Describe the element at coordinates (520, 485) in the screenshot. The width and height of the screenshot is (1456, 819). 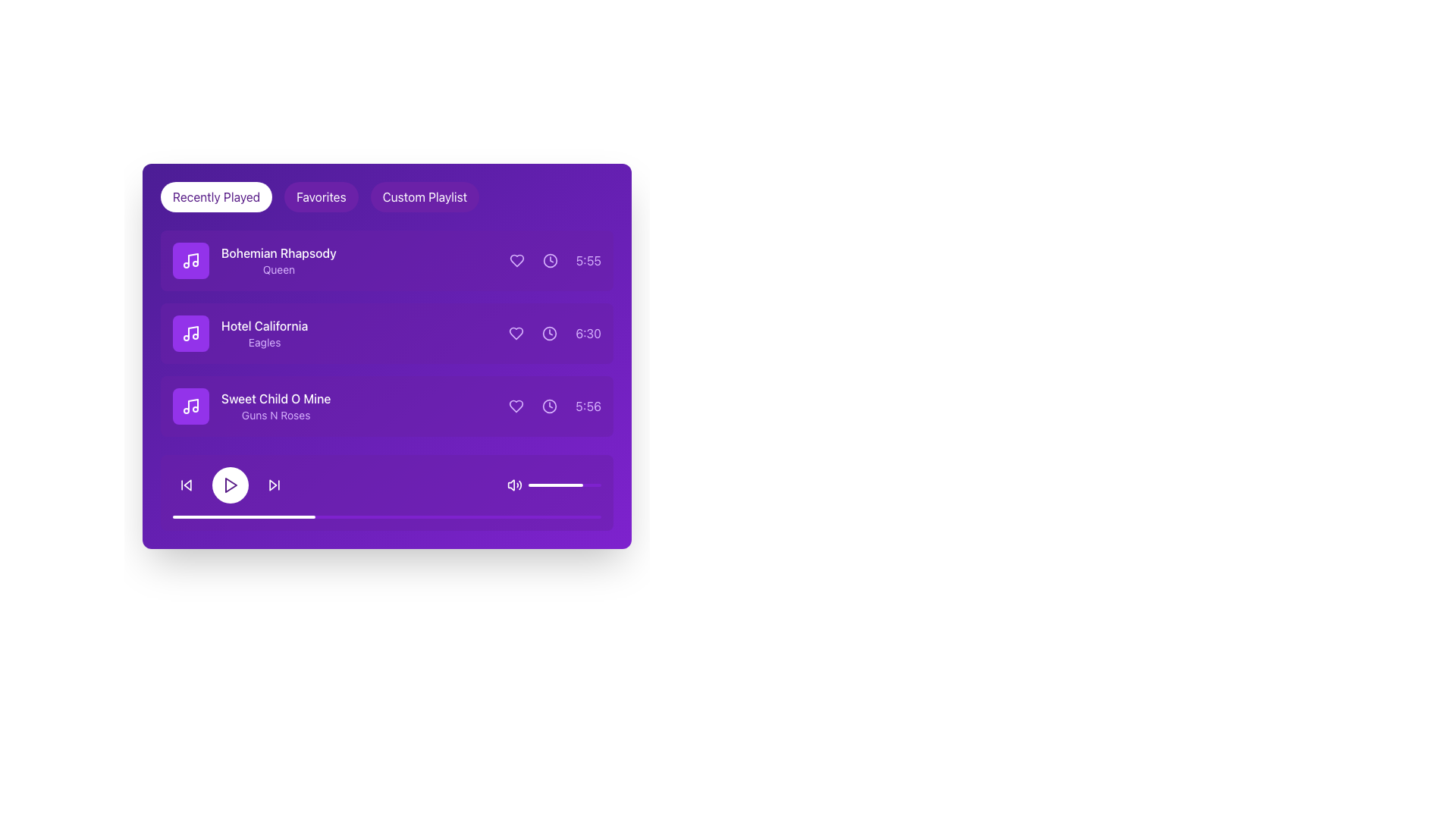
I see `the rightmost arc segment of the volume control icon in the bottom-right area of the music player interface` at that location.